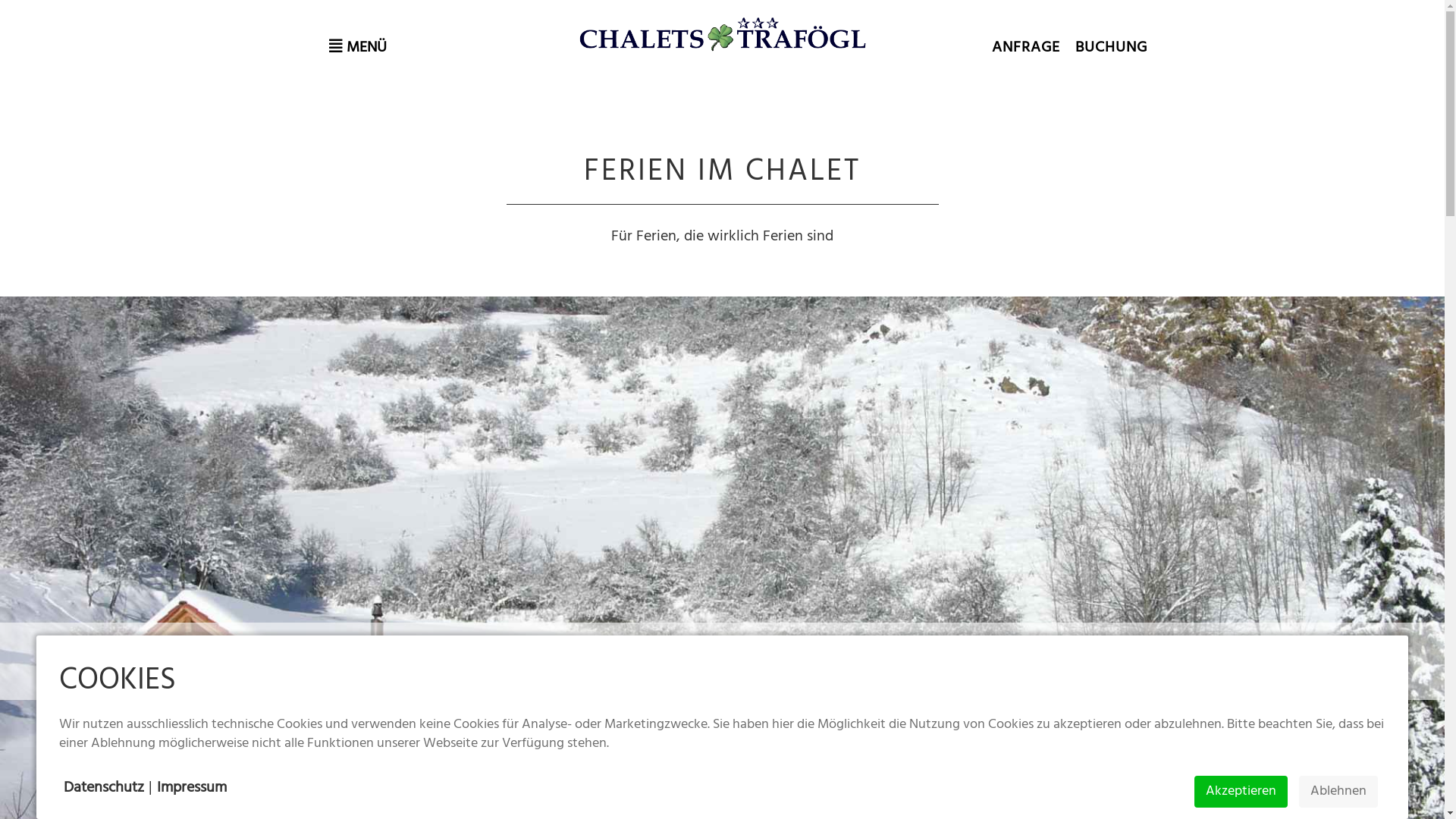 The height and width of the screenshot is (819, 1456). What do you see at coordinates (1338, 791) in the screenshot?
I see `'Ablehnen'` at bounding box center [1338, 791].